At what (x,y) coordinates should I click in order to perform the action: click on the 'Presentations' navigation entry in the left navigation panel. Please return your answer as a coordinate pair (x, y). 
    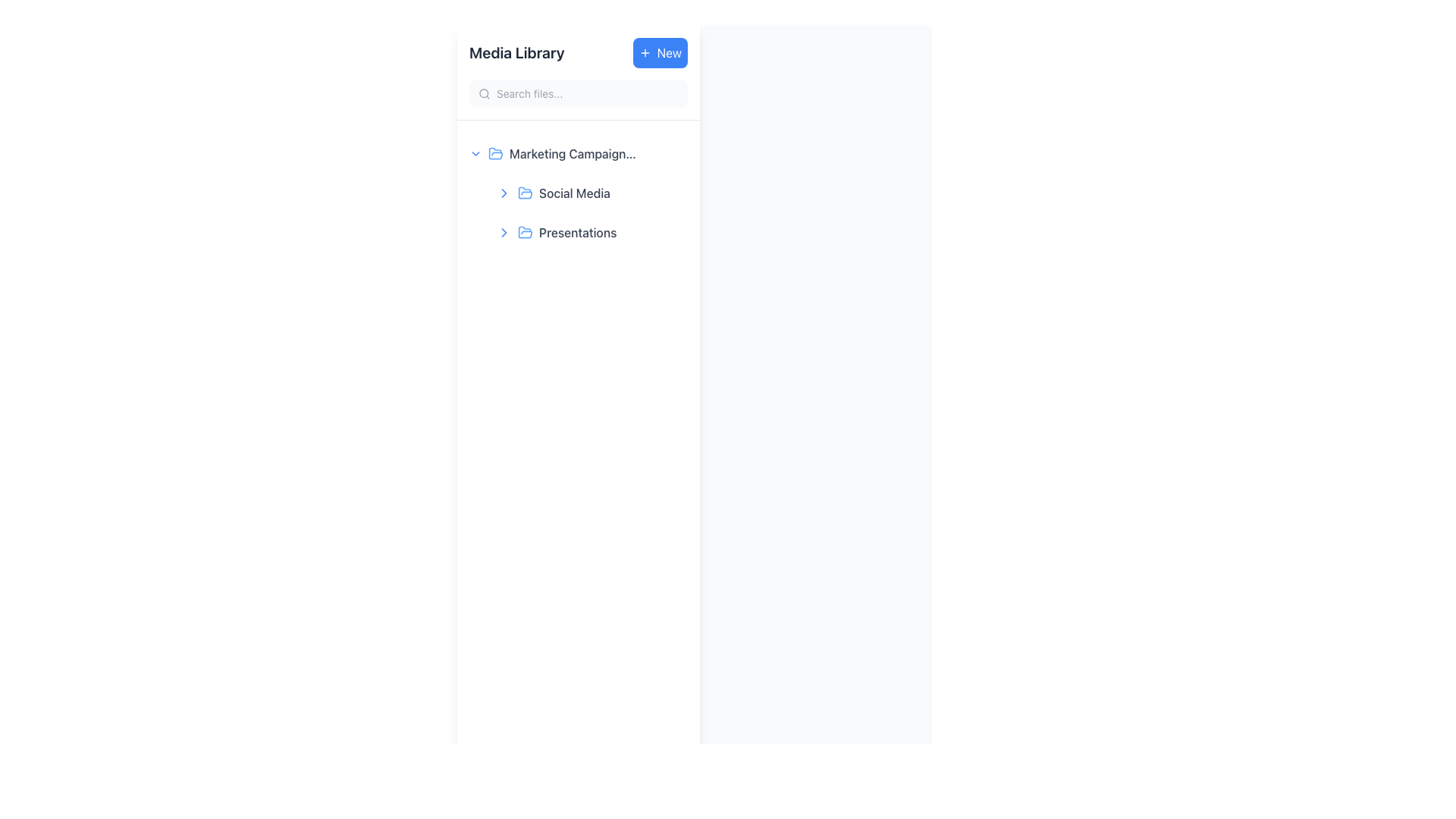
    Looking at the image, I should click on (584, 233).